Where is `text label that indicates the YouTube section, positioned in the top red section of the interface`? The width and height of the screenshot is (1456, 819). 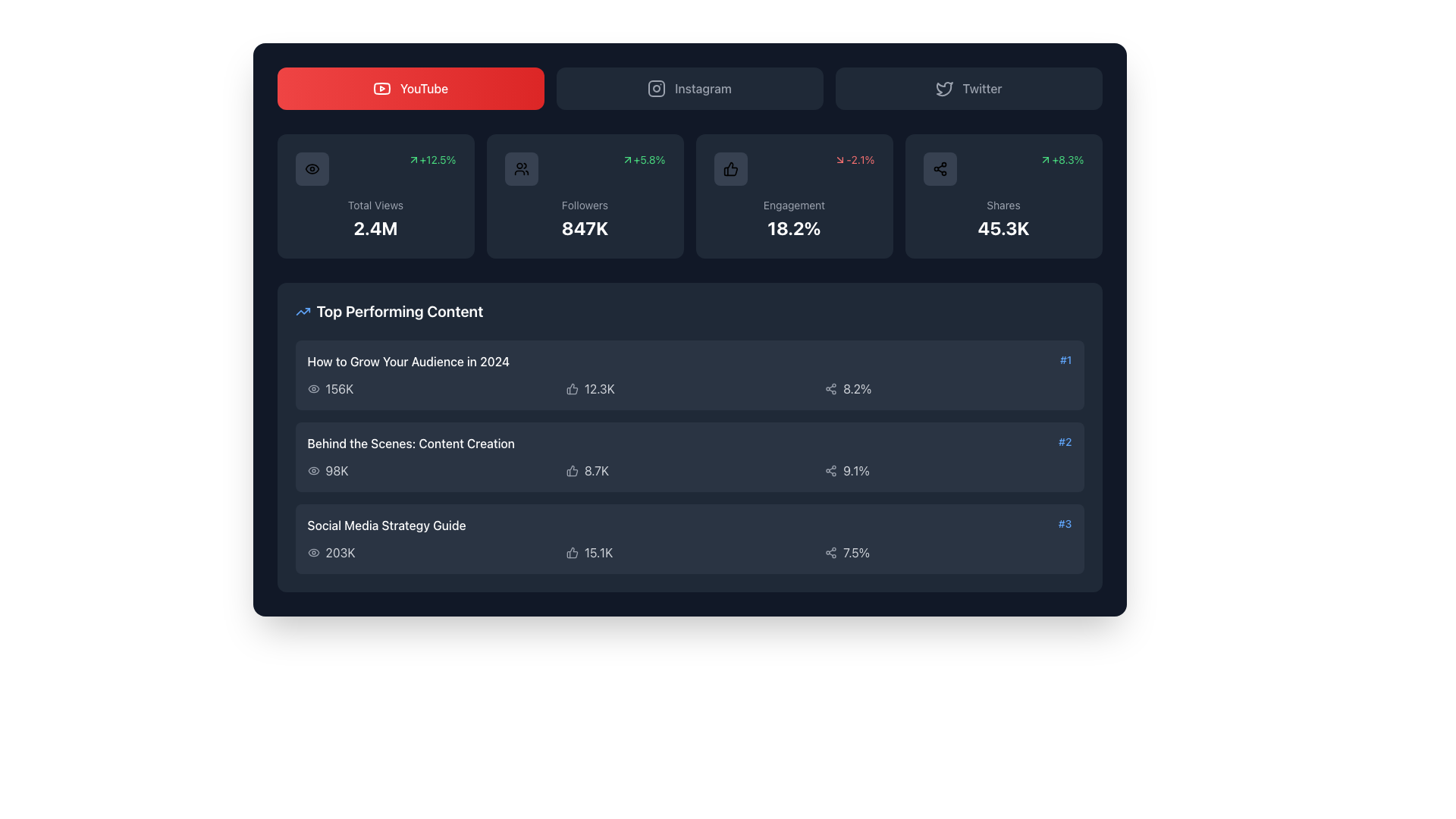
text label that indicates the YouTube section, positioned in the top red section of the interface is located at coordinates (424, 88).